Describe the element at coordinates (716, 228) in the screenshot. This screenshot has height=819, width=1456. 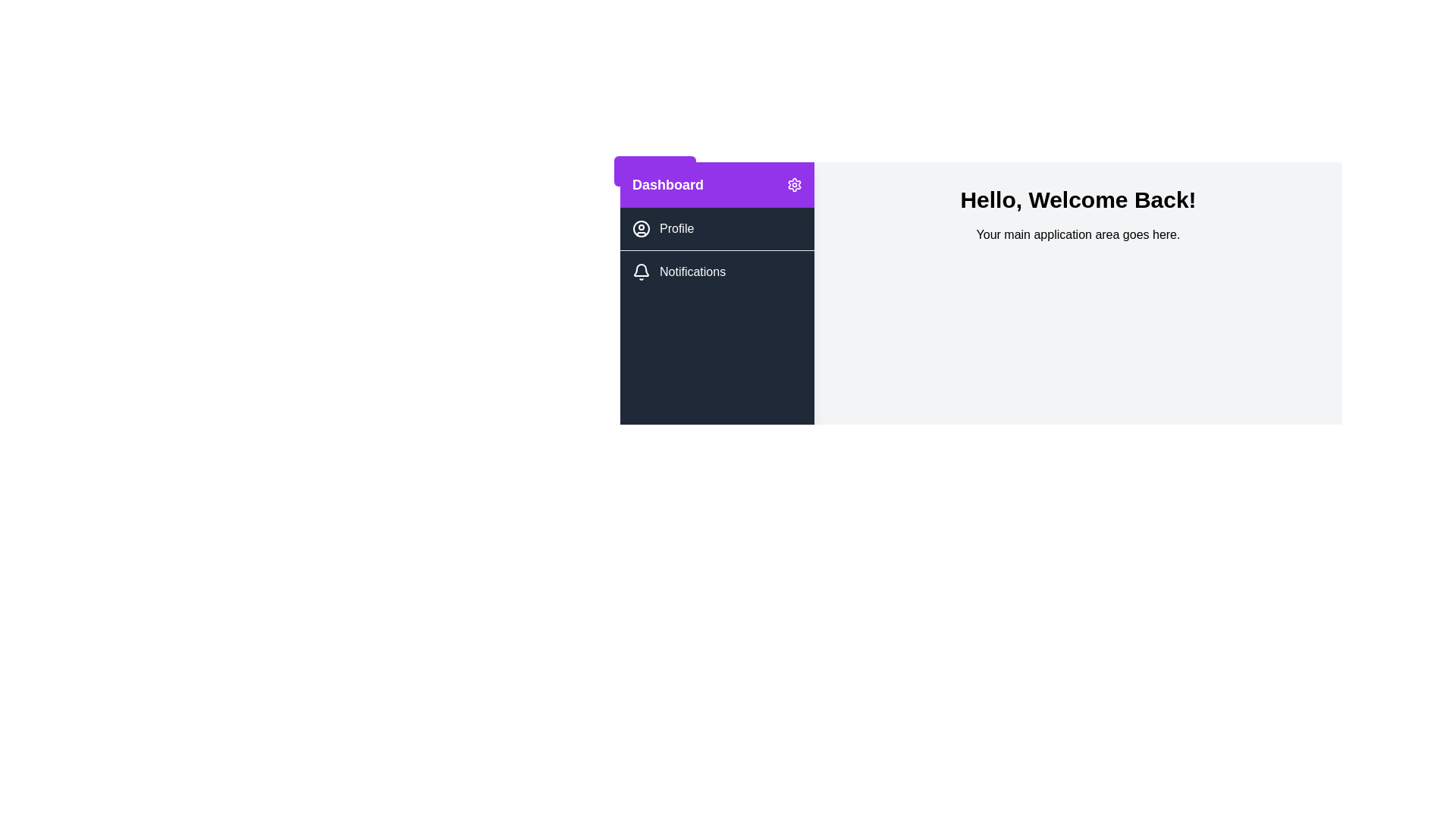
I see `the 'Profile' navigation list item in the sidebar` at that location.